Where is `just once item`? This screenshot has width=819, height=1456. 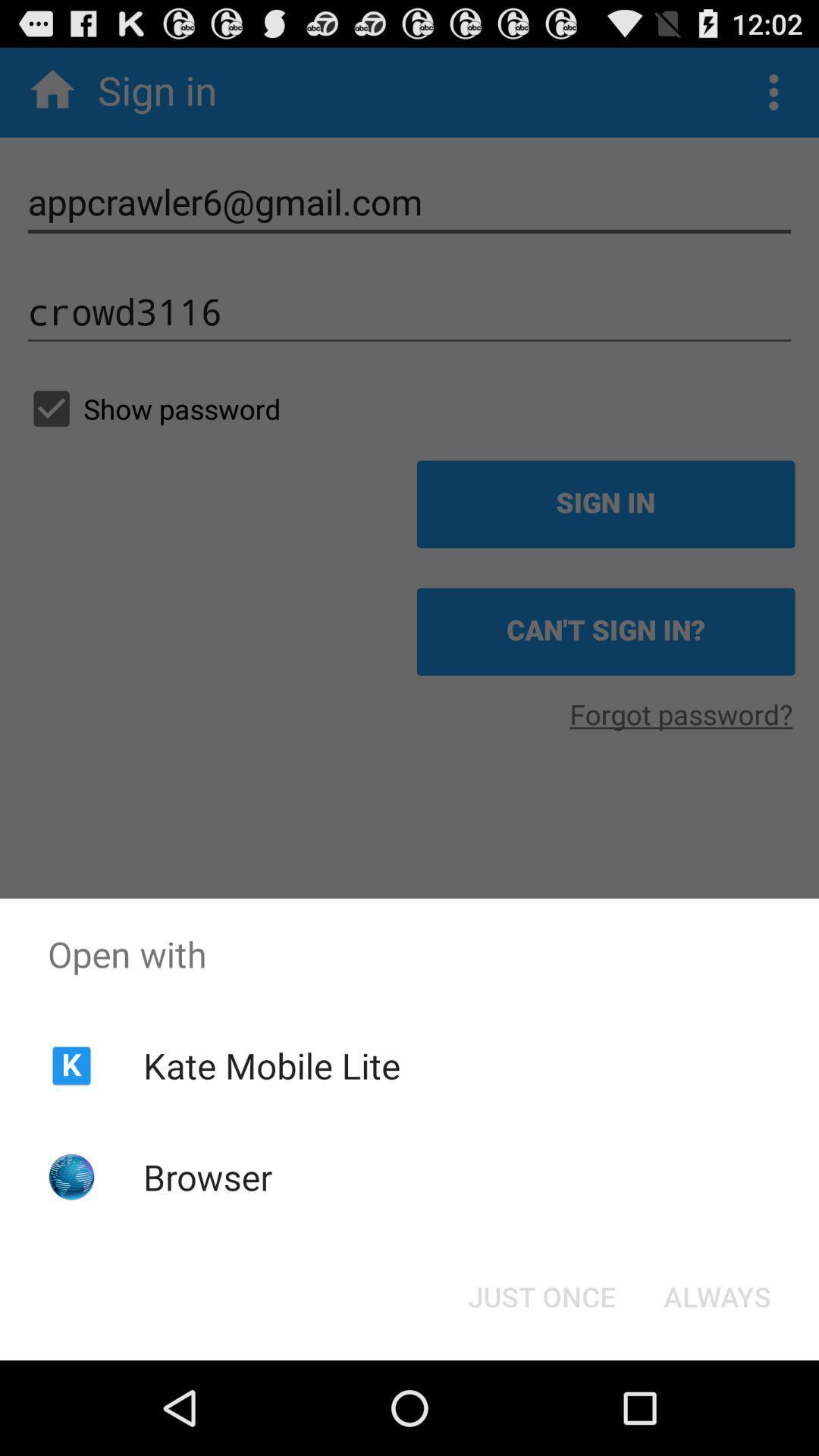
just once item is located at coordinates (541, 1295).